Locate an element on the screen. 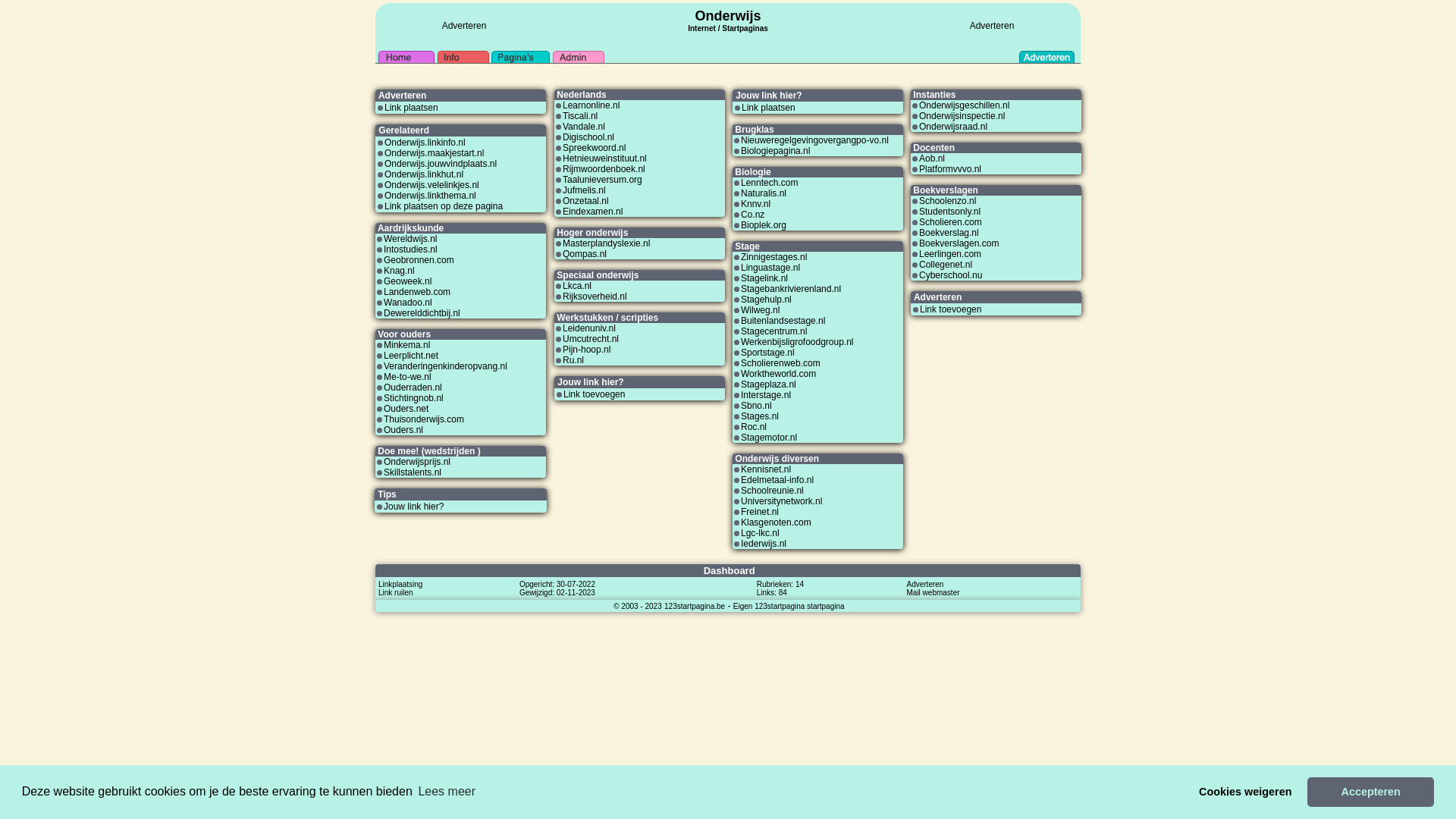 The image size is (1456, 819). 'Onderwijsprijs.nl' is located at coordinates (417, 461).